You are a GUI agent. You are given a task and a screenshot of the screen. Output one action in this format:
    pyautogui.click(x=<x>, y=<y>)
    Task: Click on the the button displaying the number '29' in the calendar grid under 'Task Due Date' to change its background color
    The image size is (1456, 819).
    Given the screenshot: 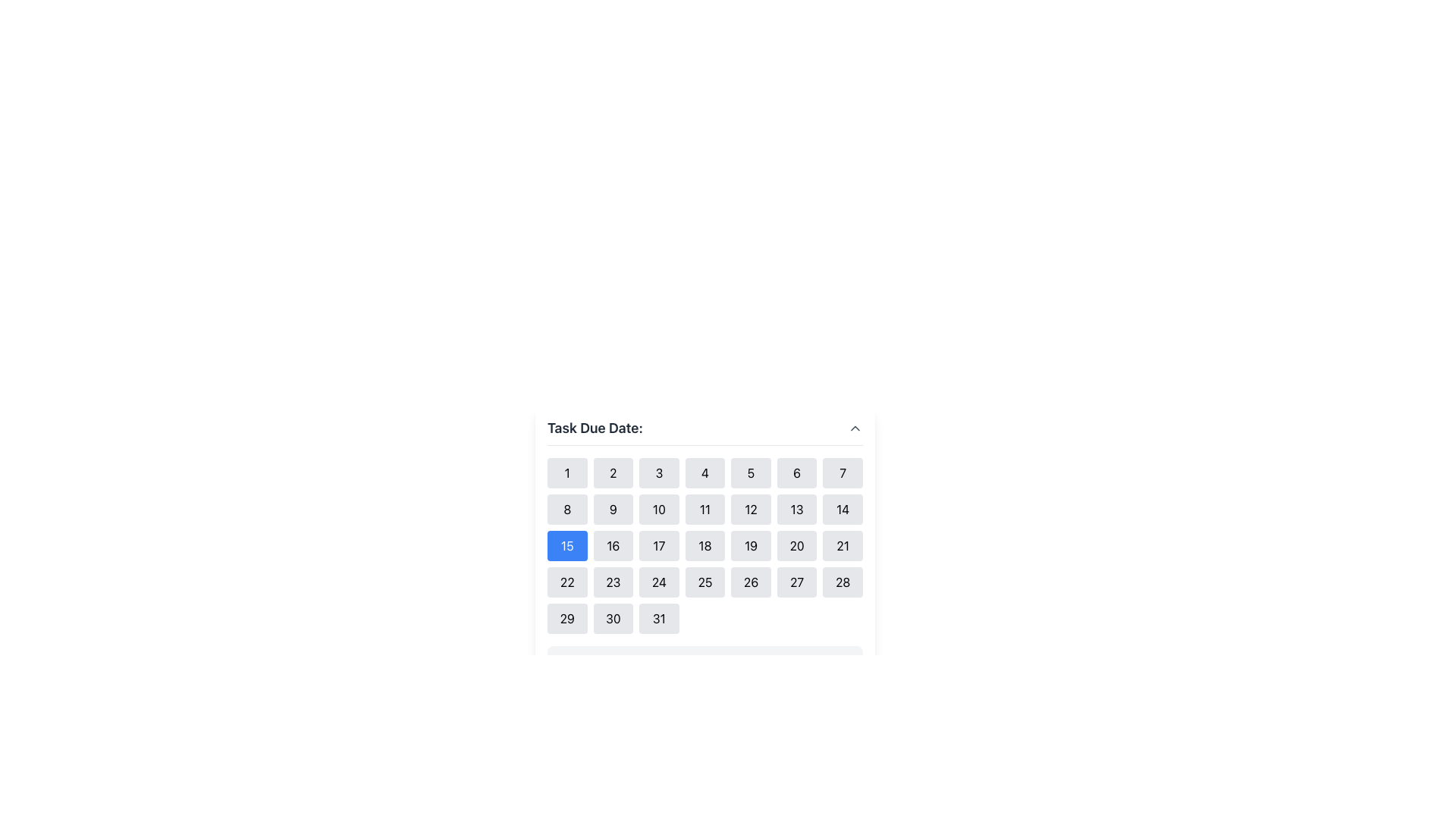 What is the action you would take?
    pyautogui.click(x=566, y=619)
    